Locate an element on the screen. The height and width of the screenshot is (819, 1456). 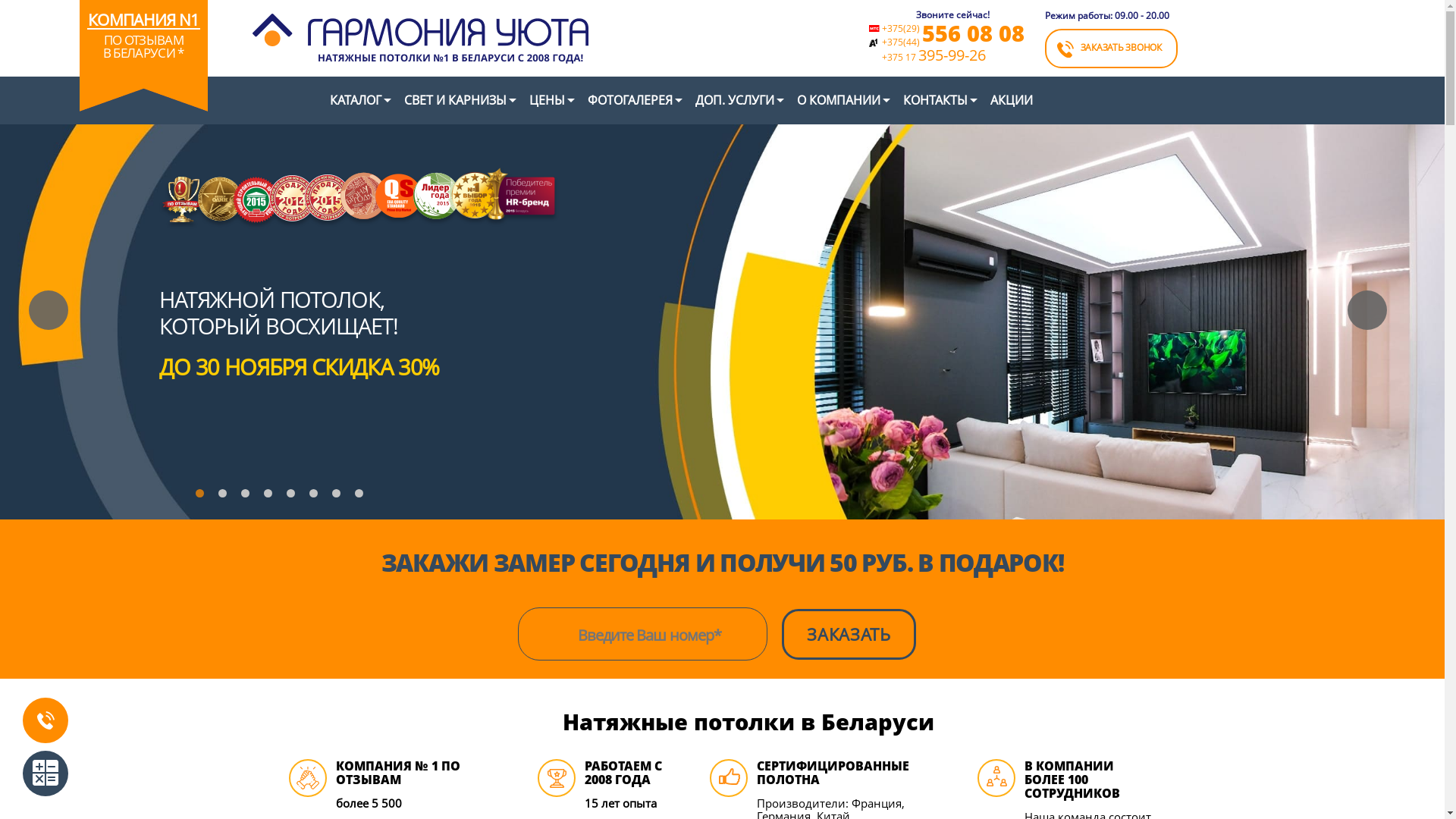
'8' is located at coordinates (362, 497).